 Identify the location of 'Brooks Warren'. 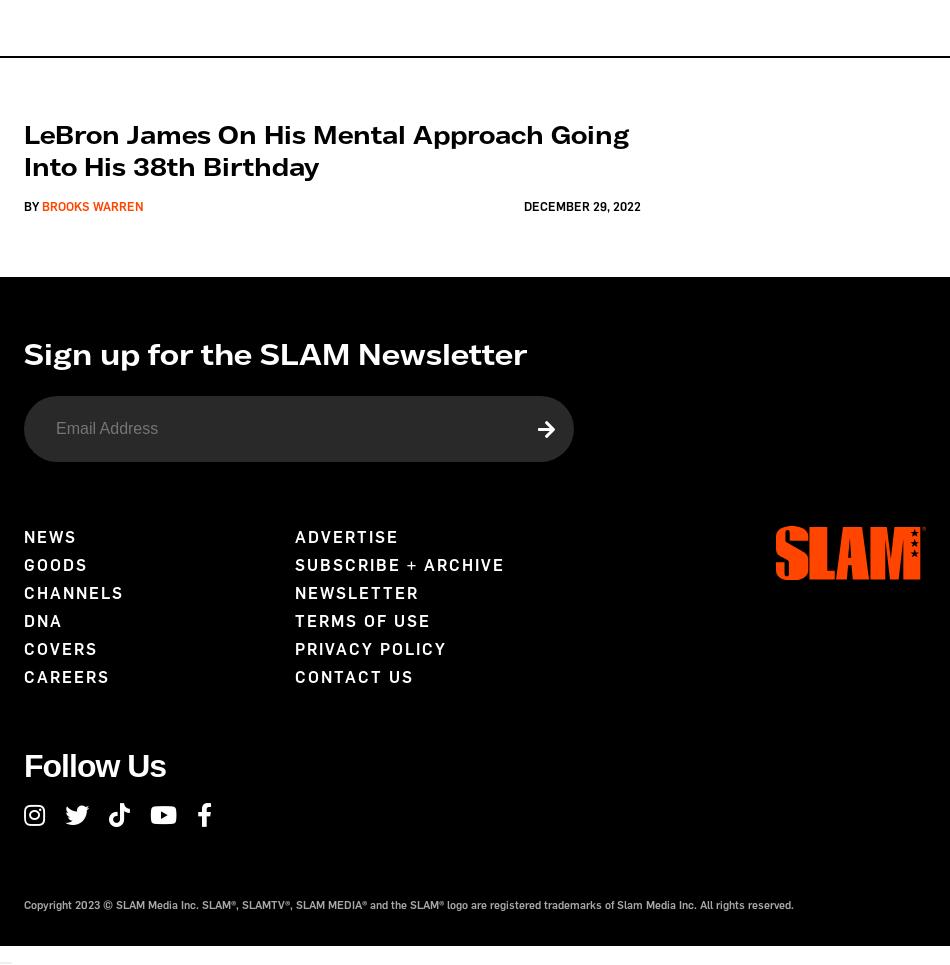
(93, 206).